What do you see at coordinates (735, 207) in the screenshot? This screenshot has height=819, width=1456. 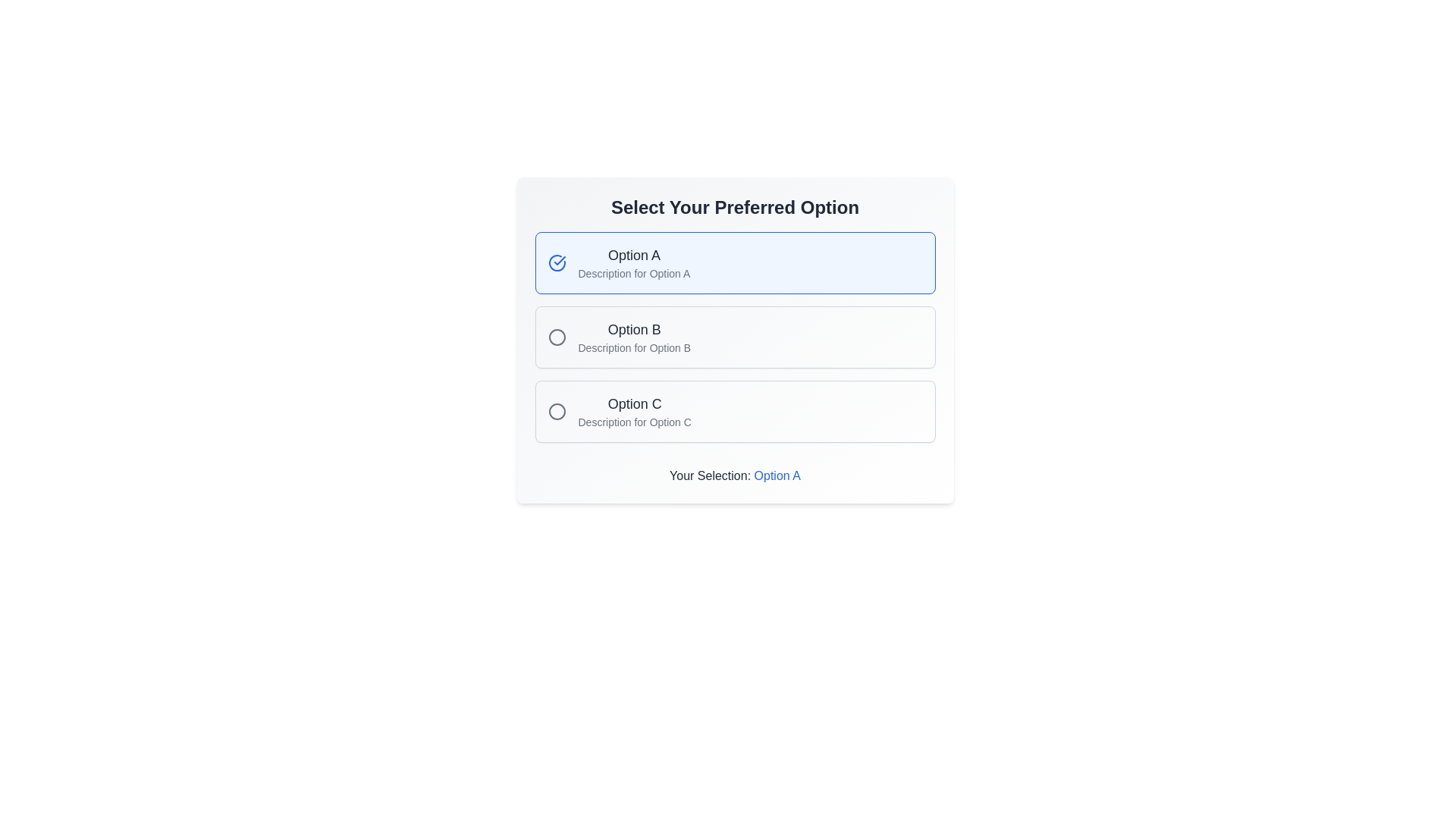 I see `on the prominently styled text 'Select Your Preferred Option'` at bounding box center [735, 207].